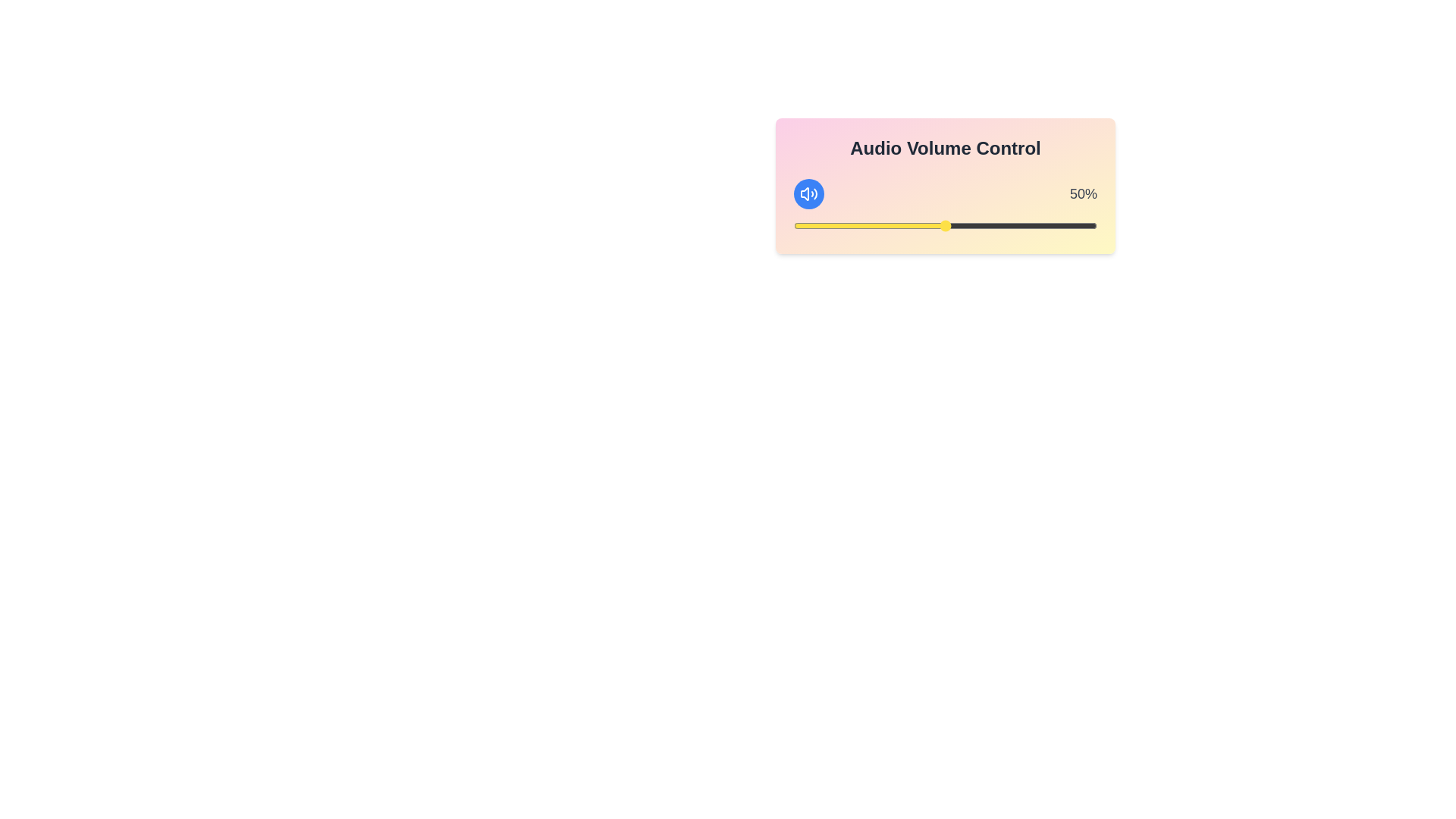 The image size is (1456, 819). Describe the element at coordinates (945, 225) in the screenshot. I see `the volume to 50% by dragging the slider` at that location.